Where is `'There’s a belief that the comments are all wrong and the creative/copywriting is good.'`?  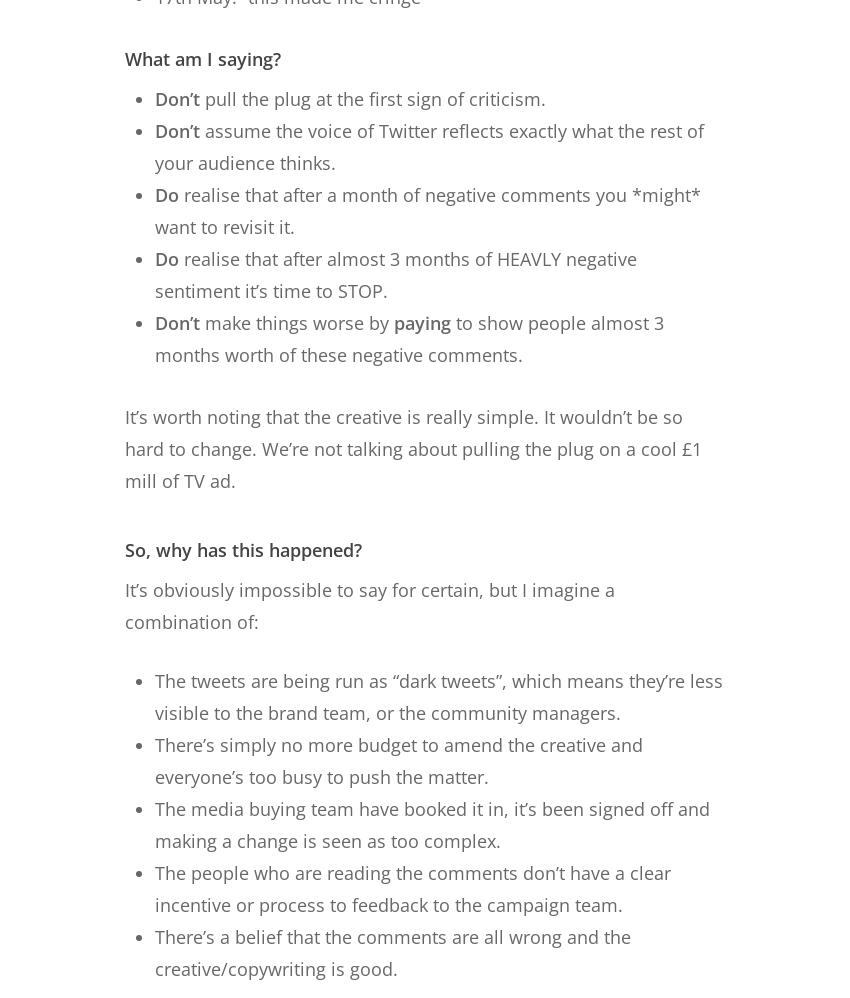 'There’s a belief that the comments are all wrong and the creative/copywriting is good.' is located at coordinates (393, 950).